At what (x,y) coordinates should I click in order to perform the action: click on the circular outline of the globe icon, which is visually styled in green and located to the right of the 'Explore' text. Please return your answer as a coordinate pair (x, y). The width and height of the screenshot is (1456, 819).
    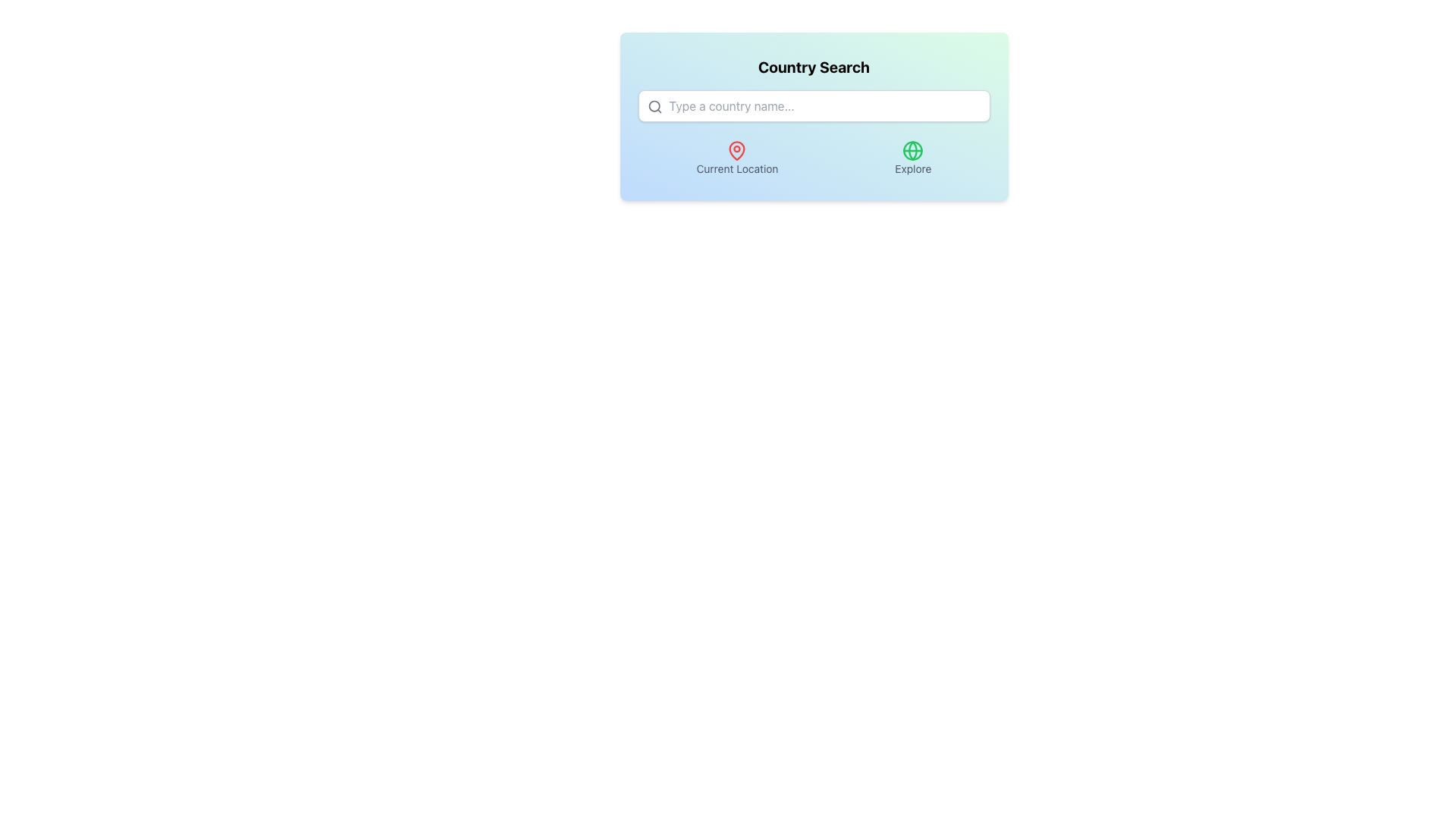
    Looking at the image, I should click on (912, 151).